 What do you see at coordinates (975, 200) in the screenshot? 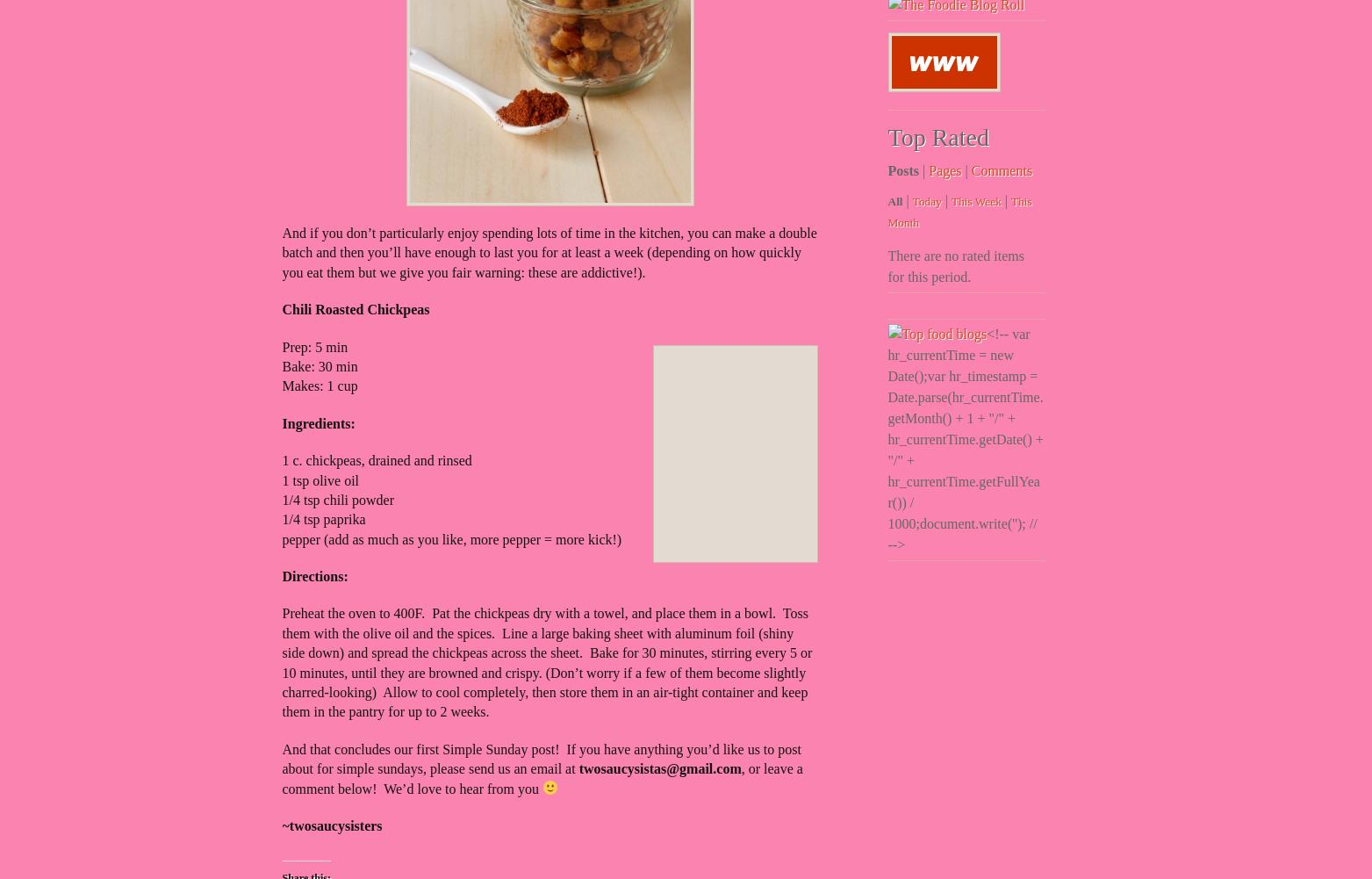
I see `'This Week'` at bounding box center [975, 200].